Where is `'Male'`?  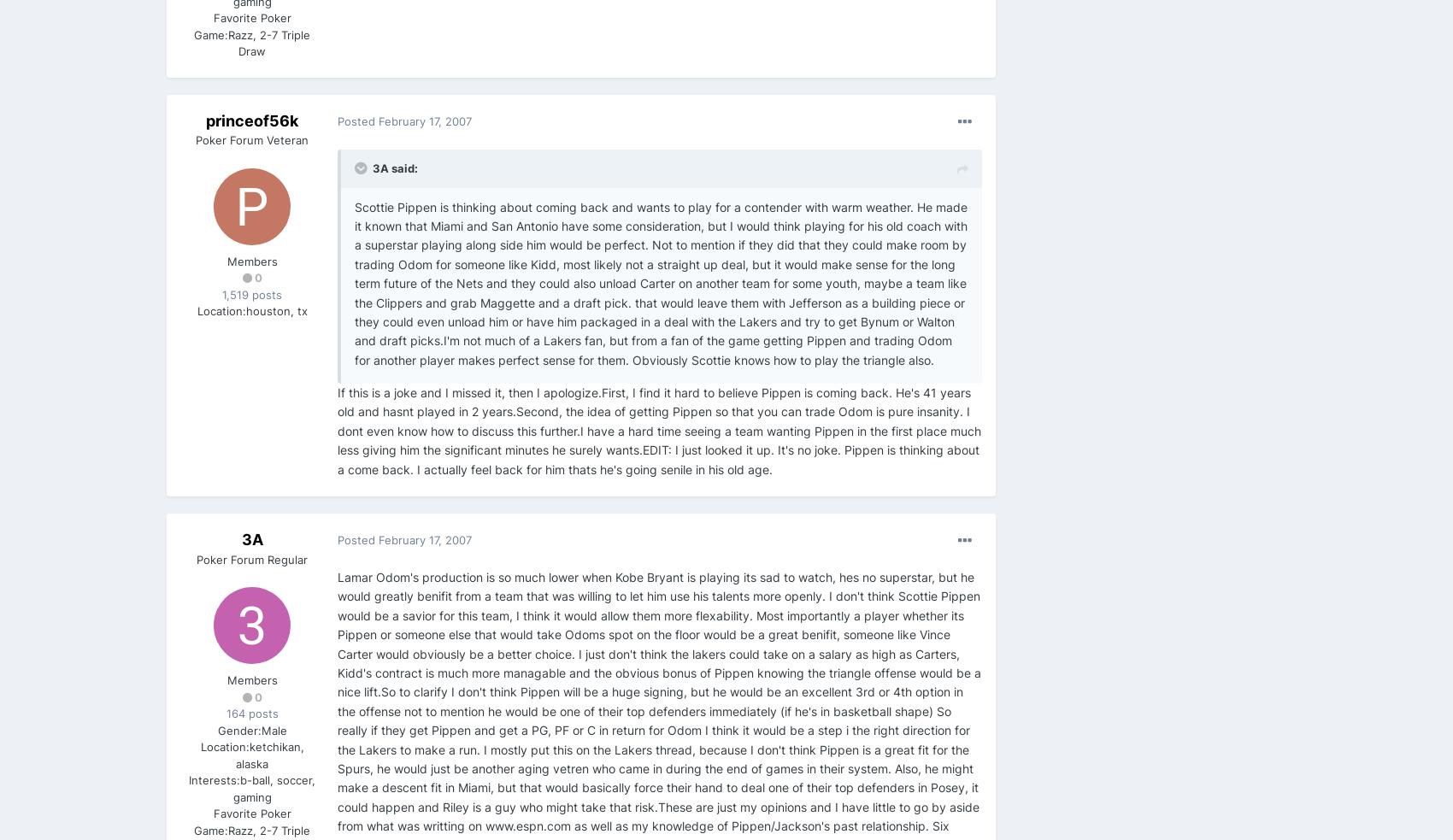
'Male' is located at coordinates (260, 730).